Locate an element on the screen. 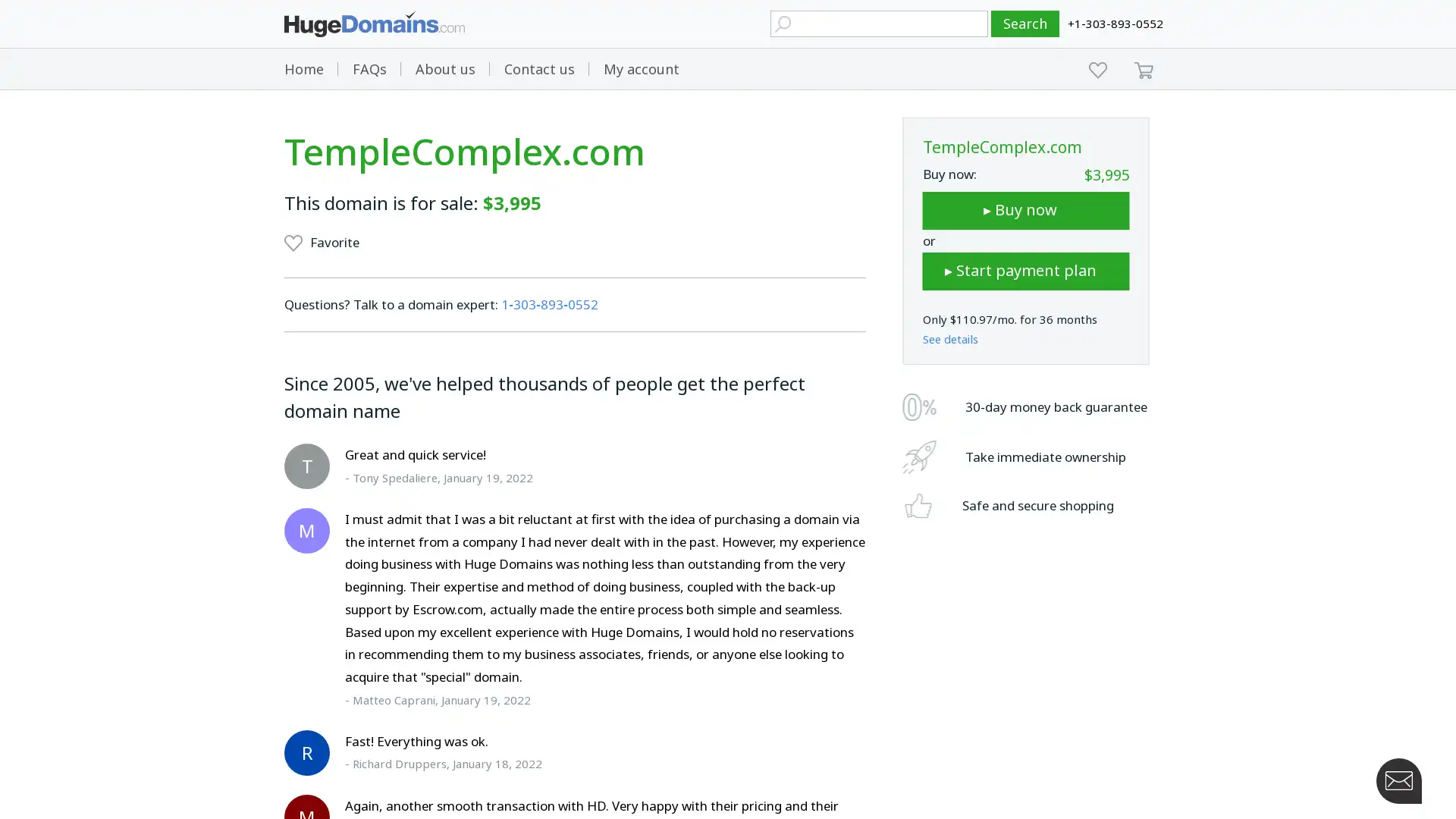 The width and height of the screenshot is (1456, 819). Search is located at coordinates (1025, 24).